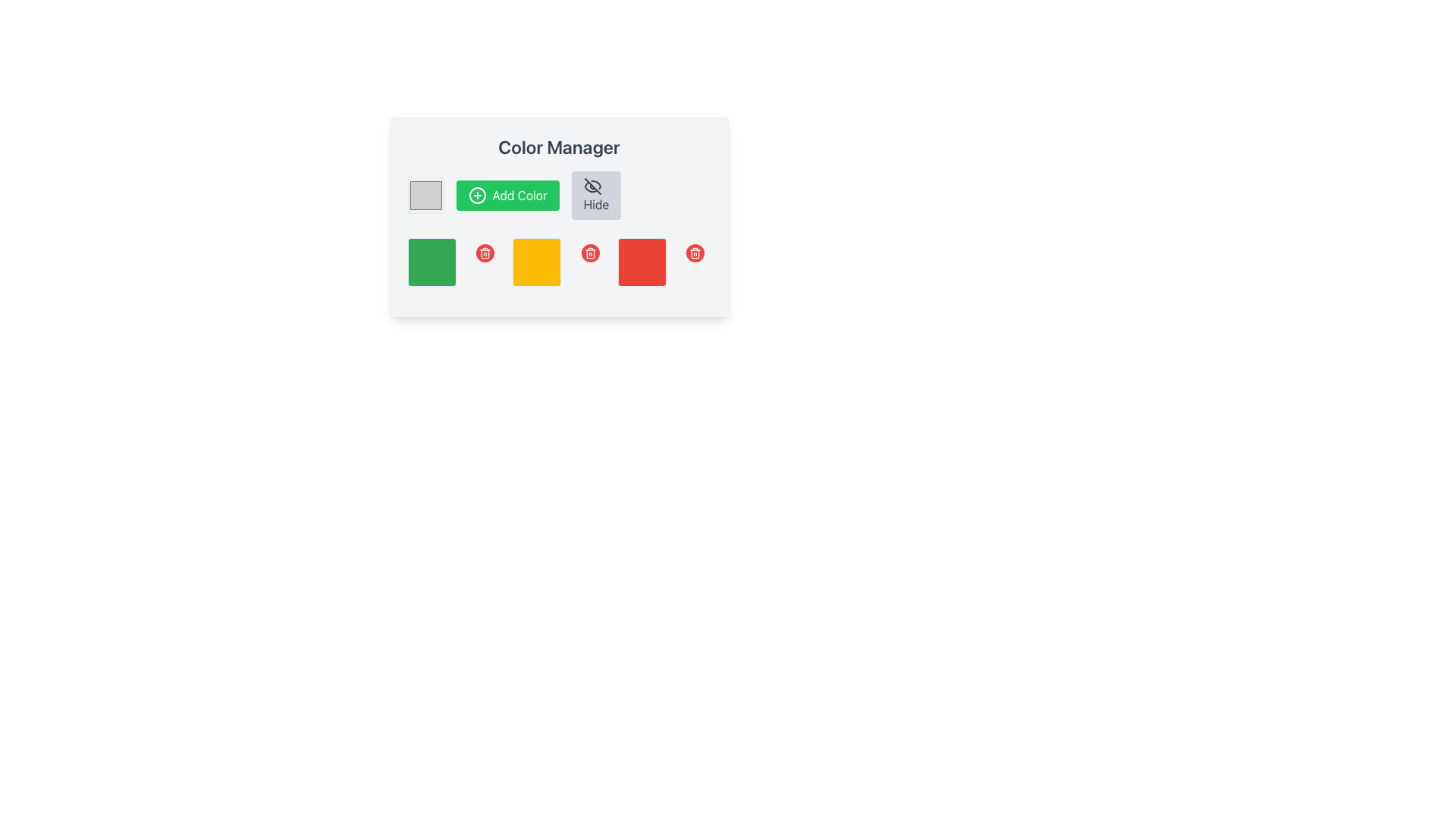 The height and width of the screenshot is (819, 1456). Describe the element at coordinates (453, 262) in the screenshot. I see `the first green color swatch in the grid layout` at that location.